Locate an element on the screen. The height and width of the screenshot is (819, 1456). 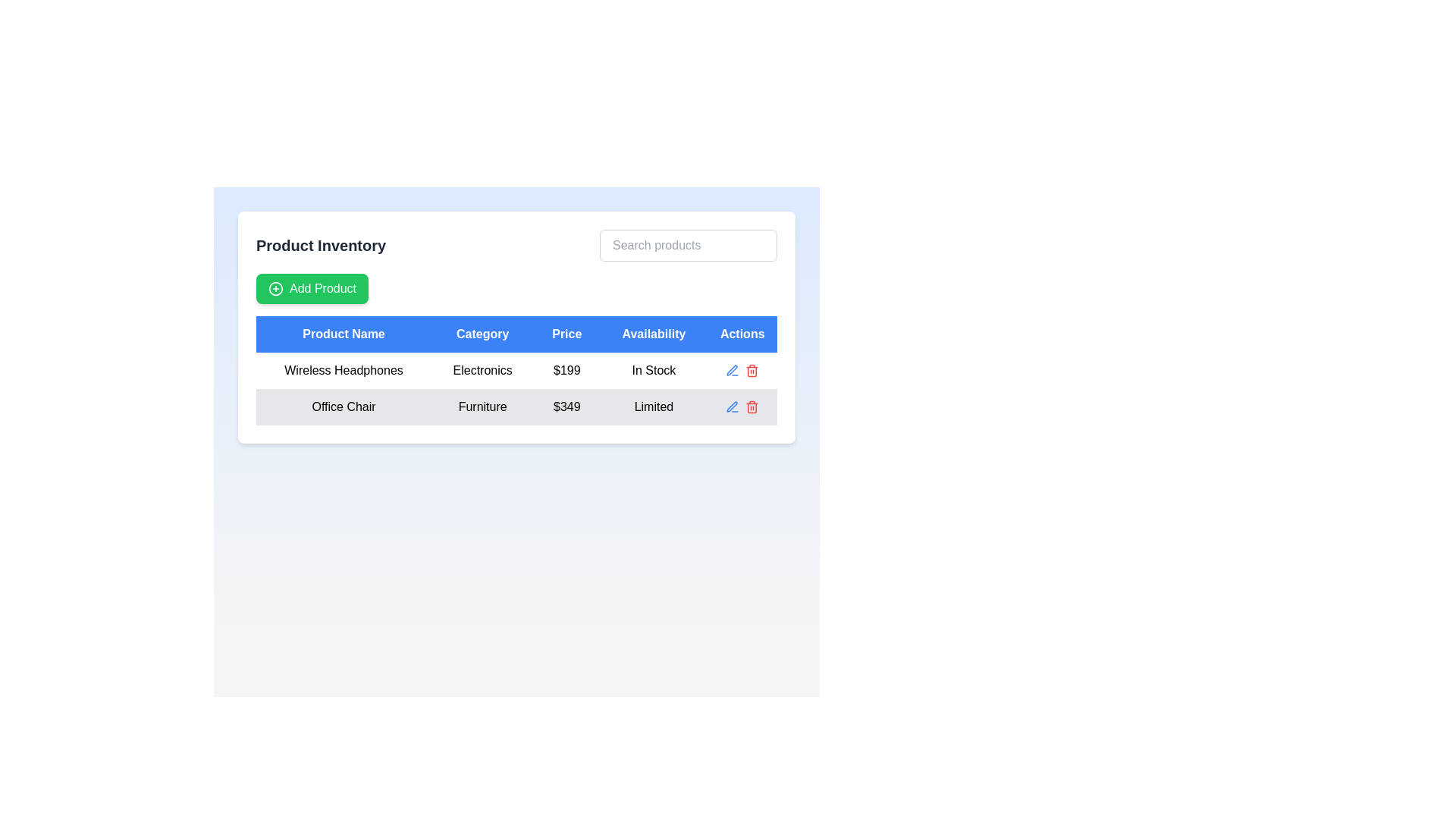
the 'Furniture' text label located in the second column of the second row of the product inventory table is located at coordinates (482, 406).